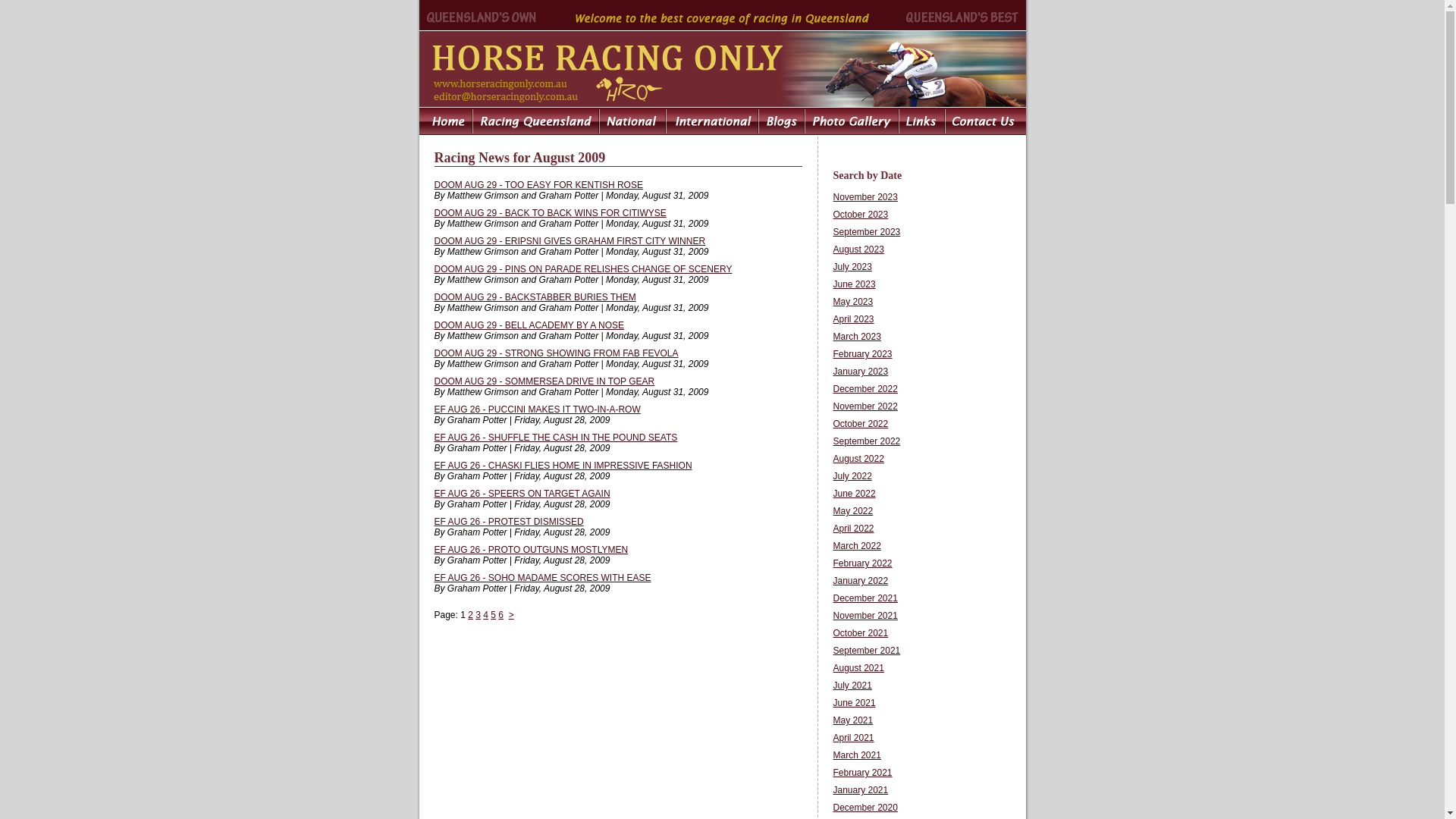 This screenshot has height=819, width=1456. Describe the element at coordinates (852, 301) in the screenshot. I see `'May 2023'` at that location.